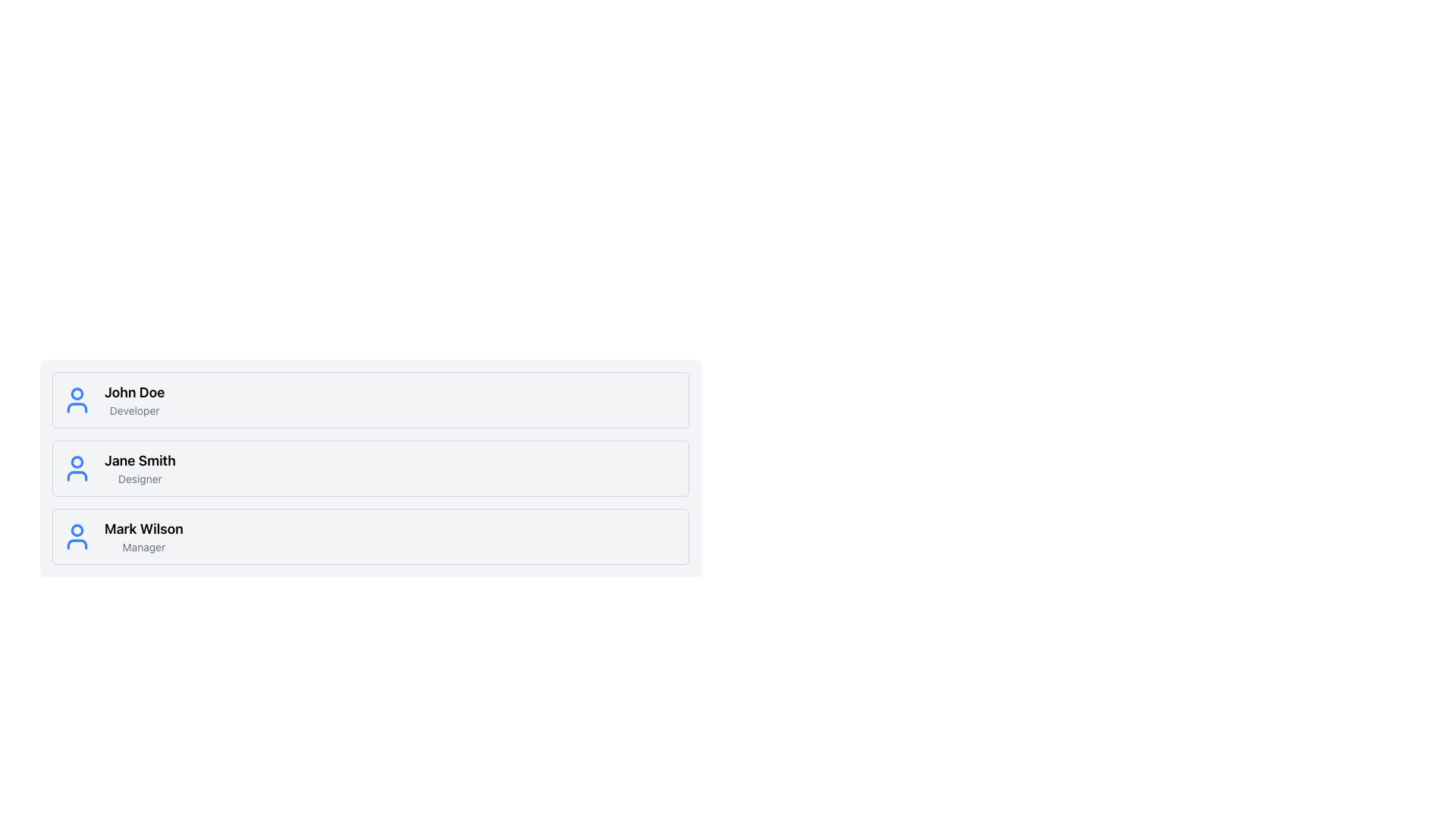 This screenshot has width=1456, height=819. Describe the element at coordinates (76, 393) in the screenshot. I see `the decorative circle graphic in the SVG icon of the user profile for 'John Doe', located at the top-left corner of the user card` at that location.